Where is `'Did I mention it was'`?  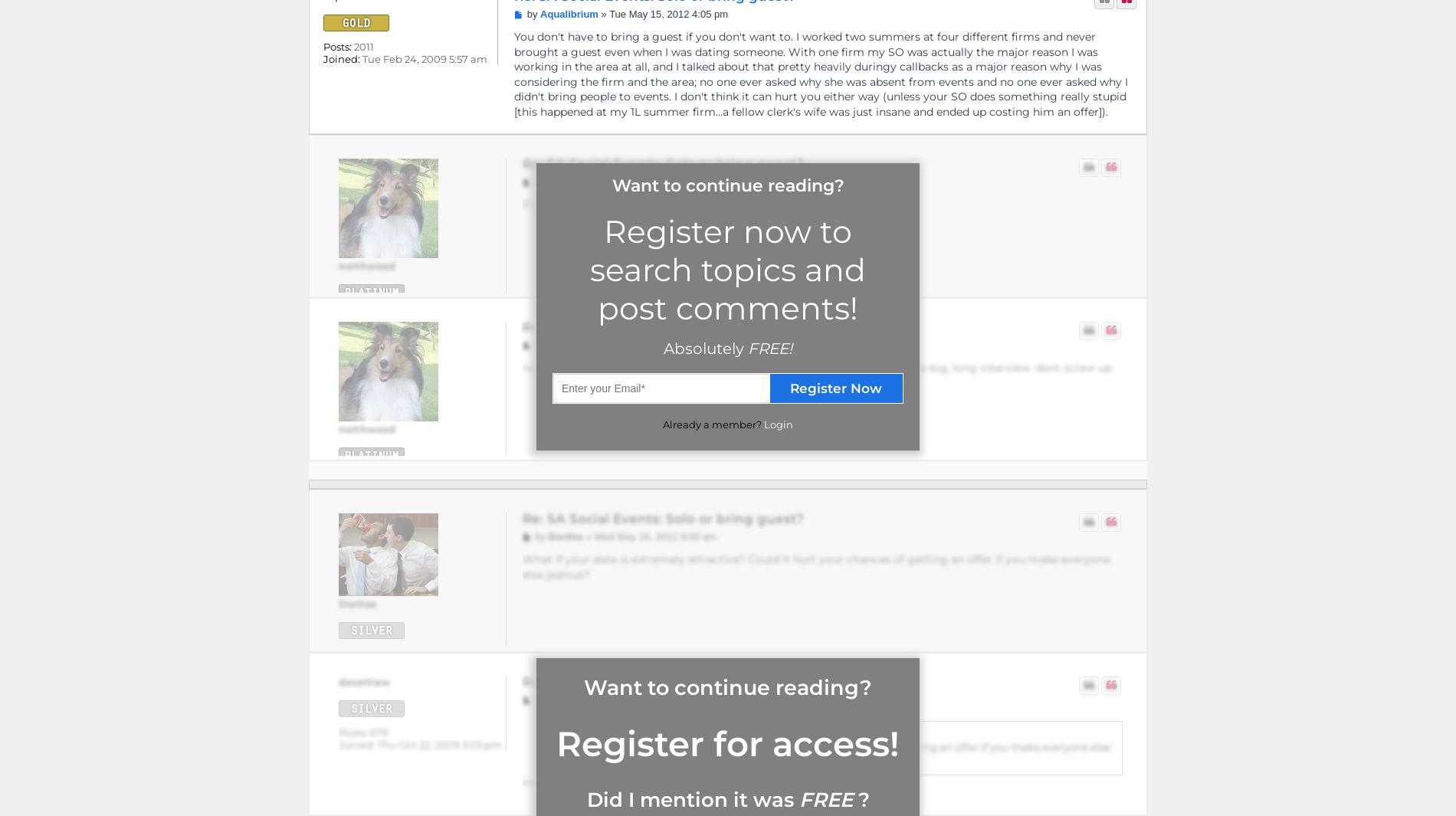 'Did I mention it was' is located at coordinates (691, 800).